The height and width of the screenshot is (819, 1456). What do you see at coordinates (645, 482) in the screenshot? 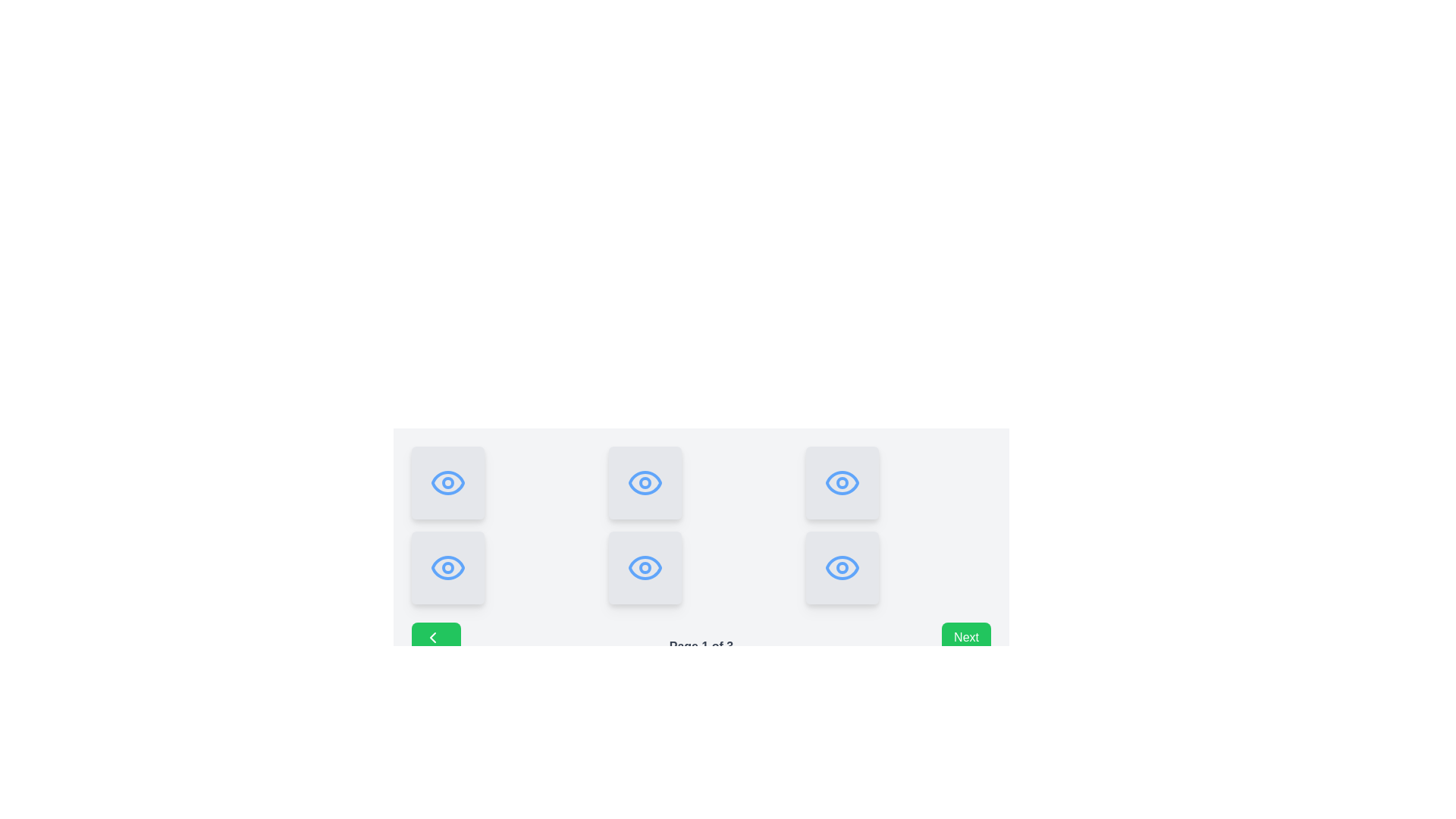
I see `the gray rounded-square button with a blue outlined eye icon, located in the second box of the top row in a three-row grid layout` at bounding box center [645, 482].